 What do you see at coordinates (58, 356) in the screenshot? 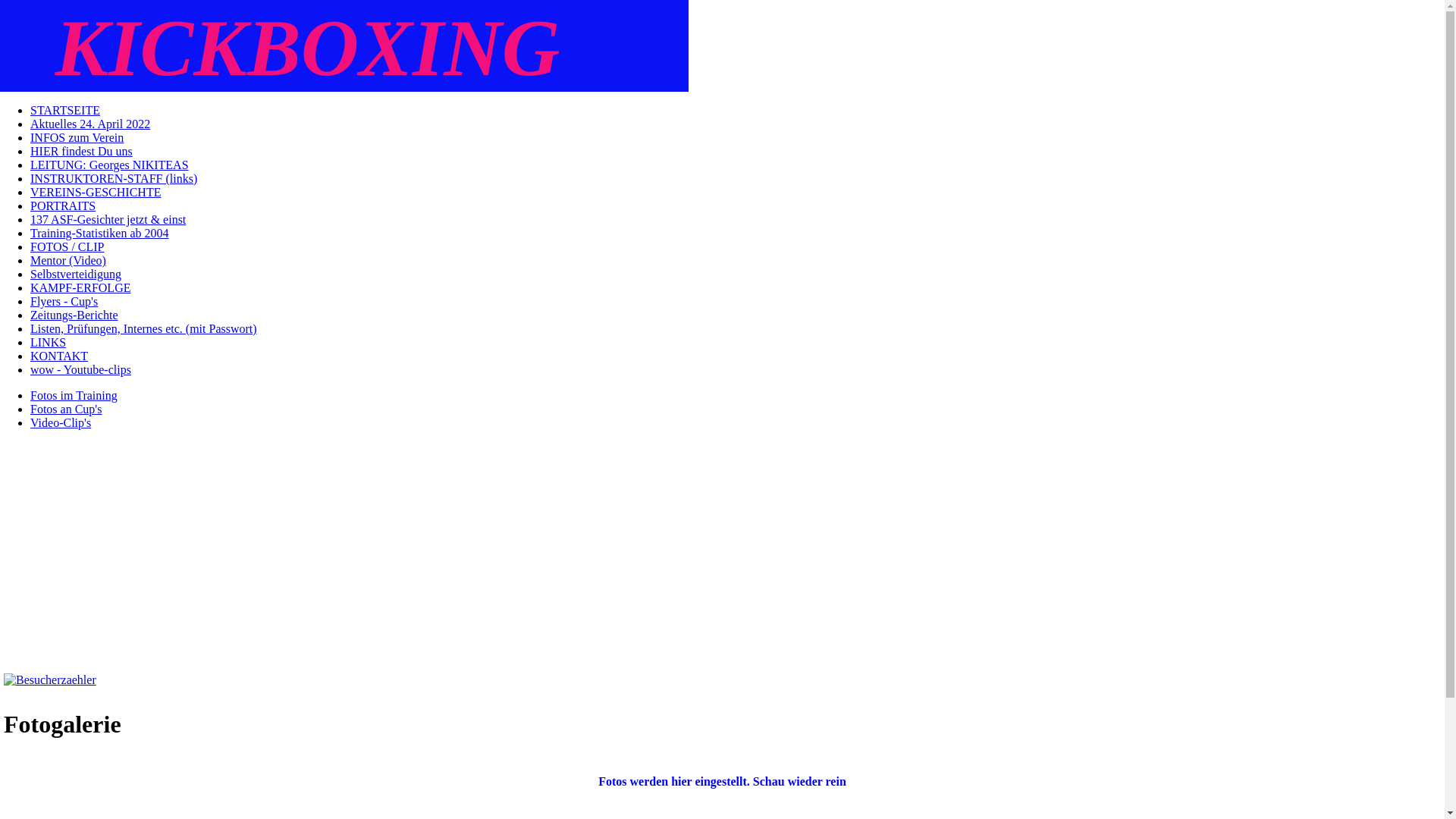
I see `'KONTAKT'` at bounding box center [58, 356].